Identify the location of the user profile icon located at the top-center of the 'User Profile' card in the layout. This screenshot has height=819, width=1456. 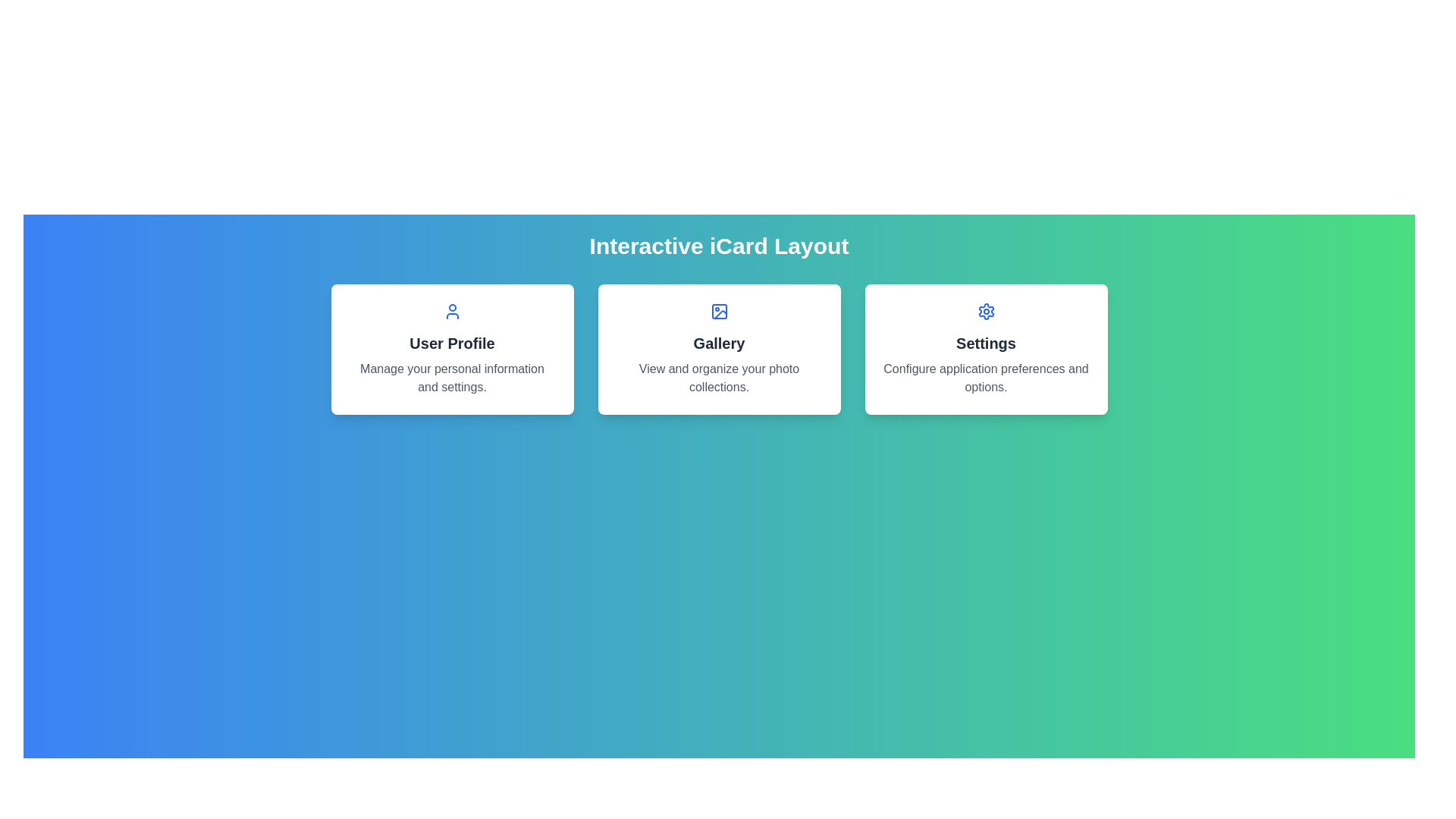
(451, 311).